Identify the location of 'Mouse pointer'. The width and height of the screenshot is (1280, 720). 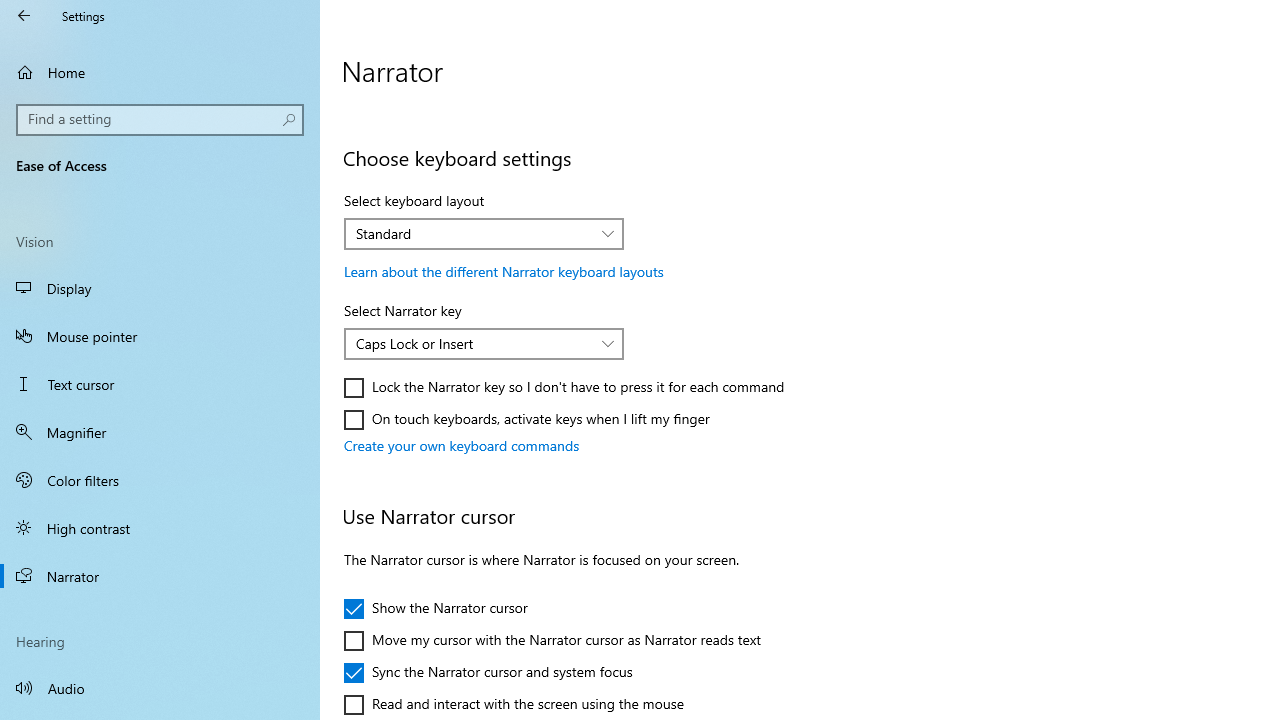
(160, 334).